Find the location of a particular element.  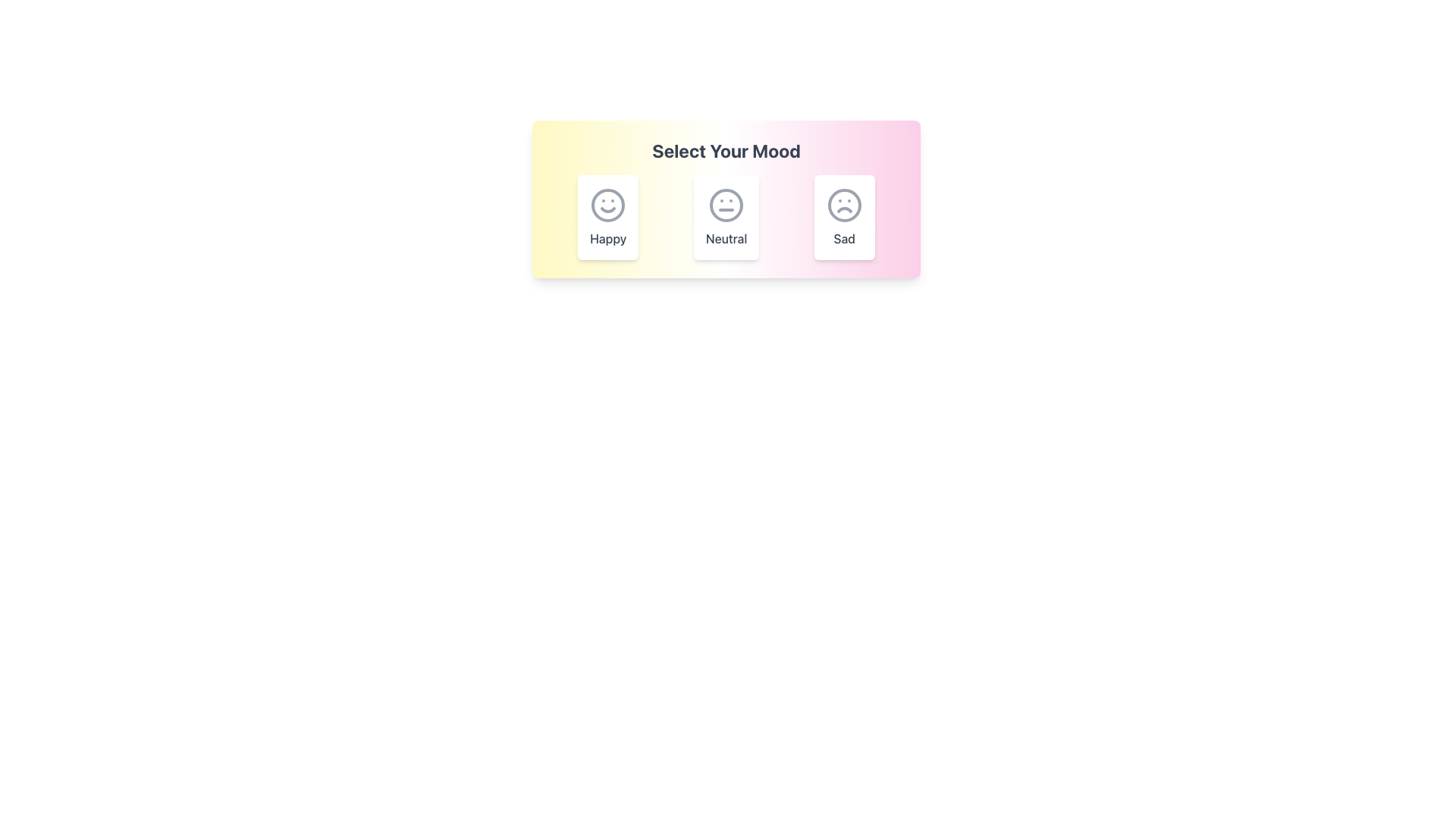

the highlighted 'Neutral' mood option in the Selection option group, which is centrally located and displays a white background with a matching icon and label is located at coordinates (726, 217).